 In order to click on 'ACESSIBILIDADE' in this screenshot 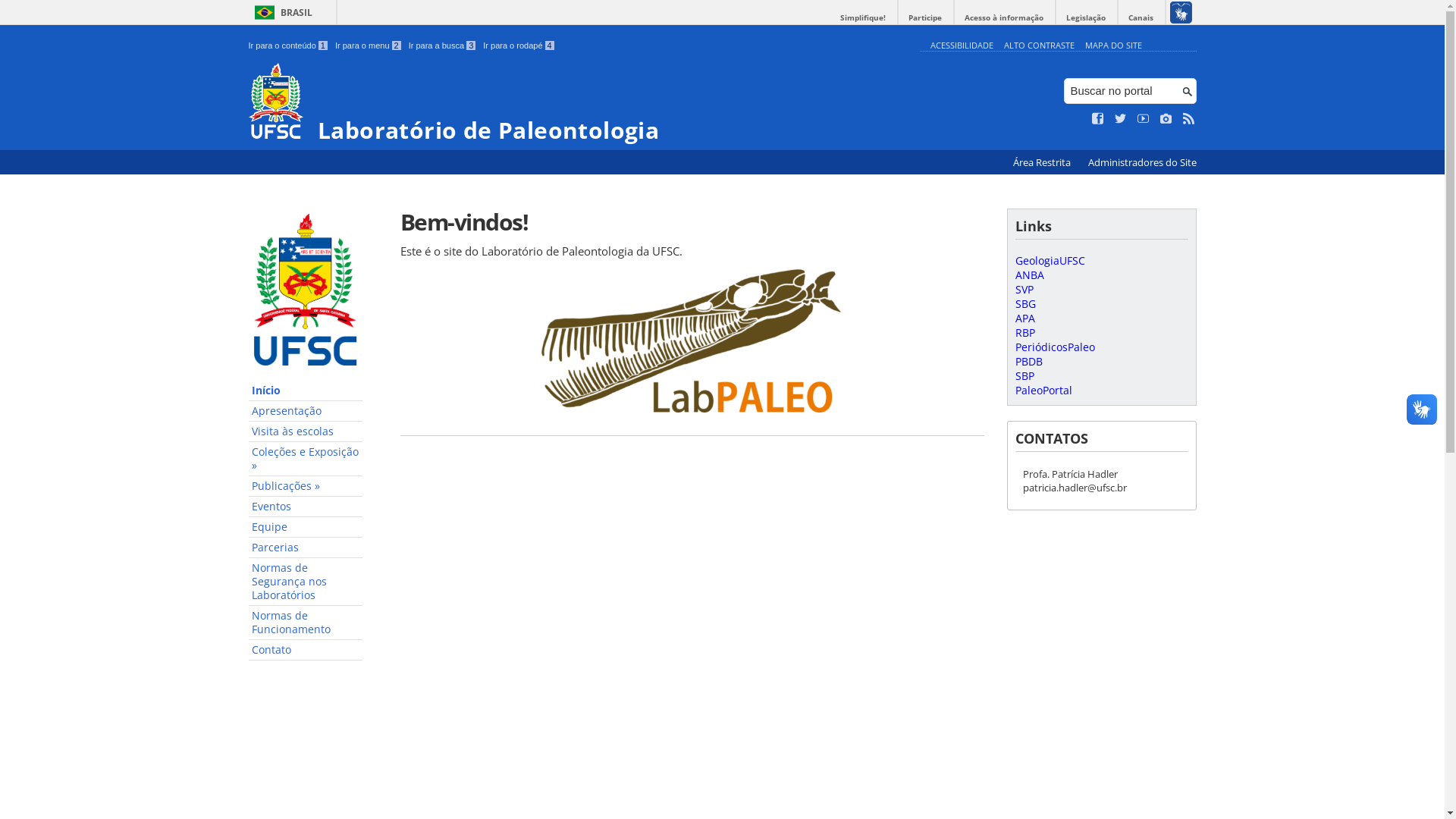, I will do `click(960, 44)`.